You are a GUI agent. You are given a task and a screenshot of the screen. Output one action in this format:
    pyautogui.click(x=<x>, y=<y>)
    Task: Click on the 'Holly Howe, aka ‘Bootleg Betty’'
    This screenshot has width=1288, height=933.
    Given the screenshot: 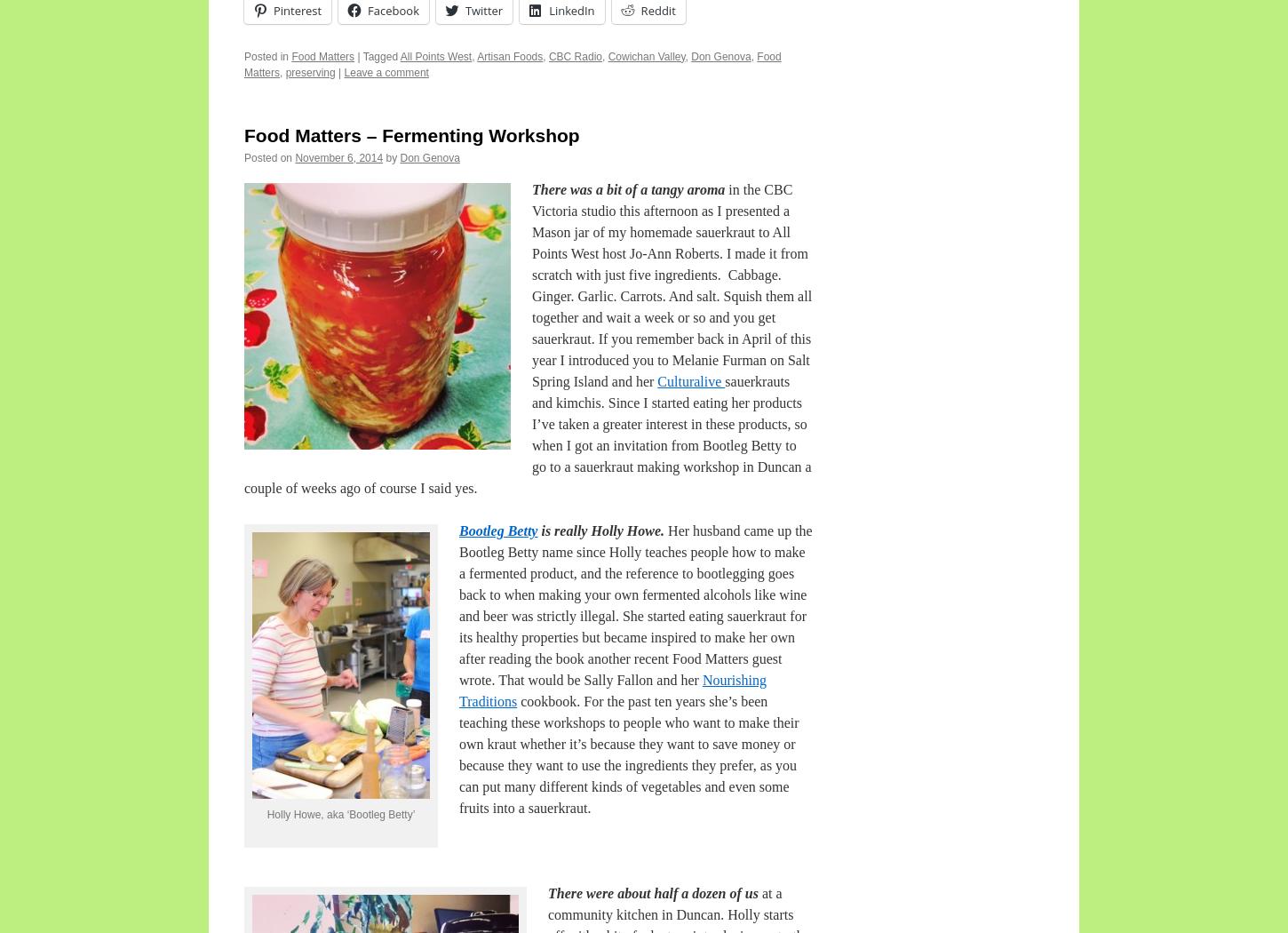 What is the action you would take?
    pyautogui.click(x=339, y=814)
    